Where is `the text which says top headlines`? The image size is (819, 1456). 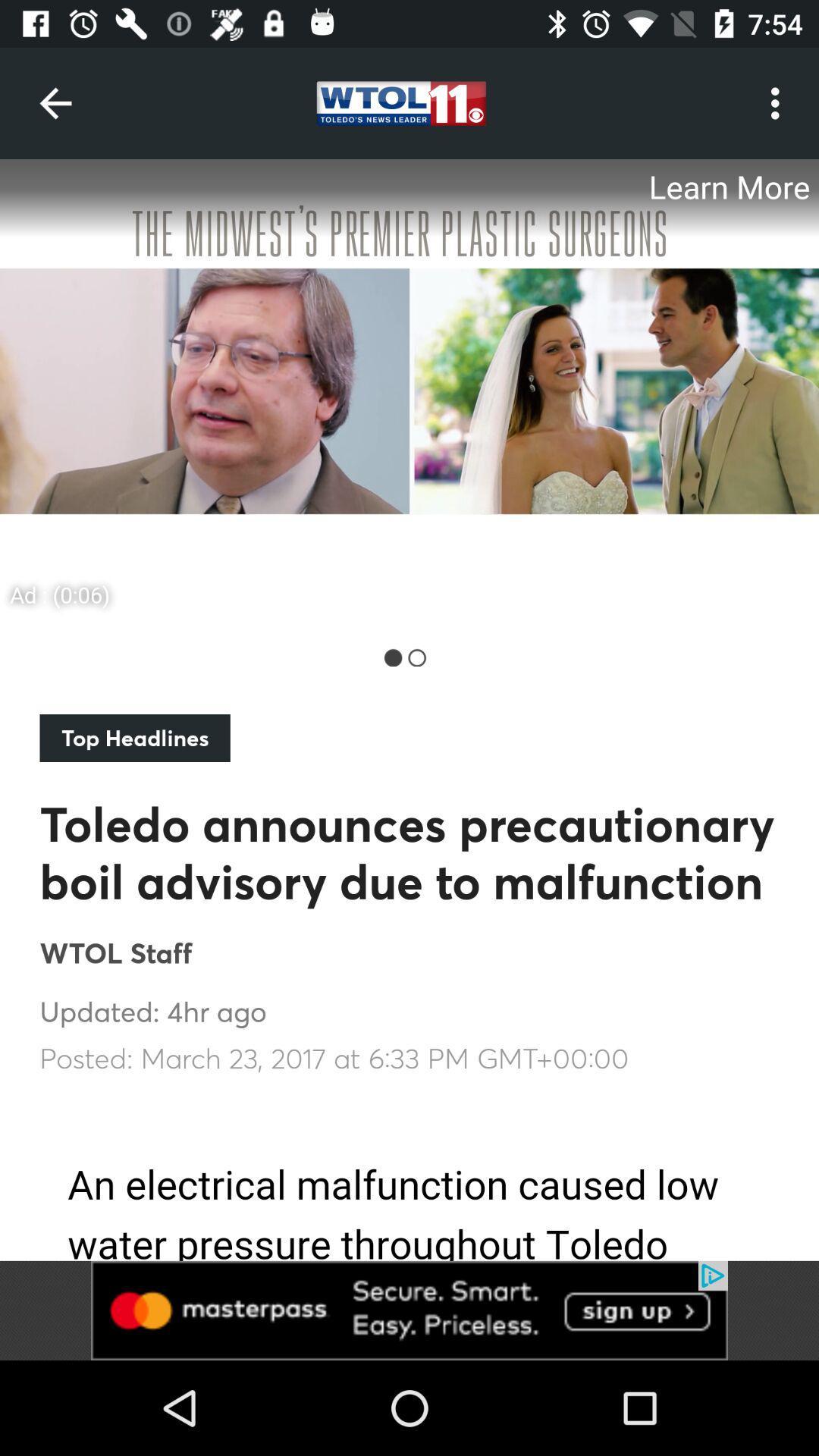 the text which says top headlines is located at coordinates (134, 738).